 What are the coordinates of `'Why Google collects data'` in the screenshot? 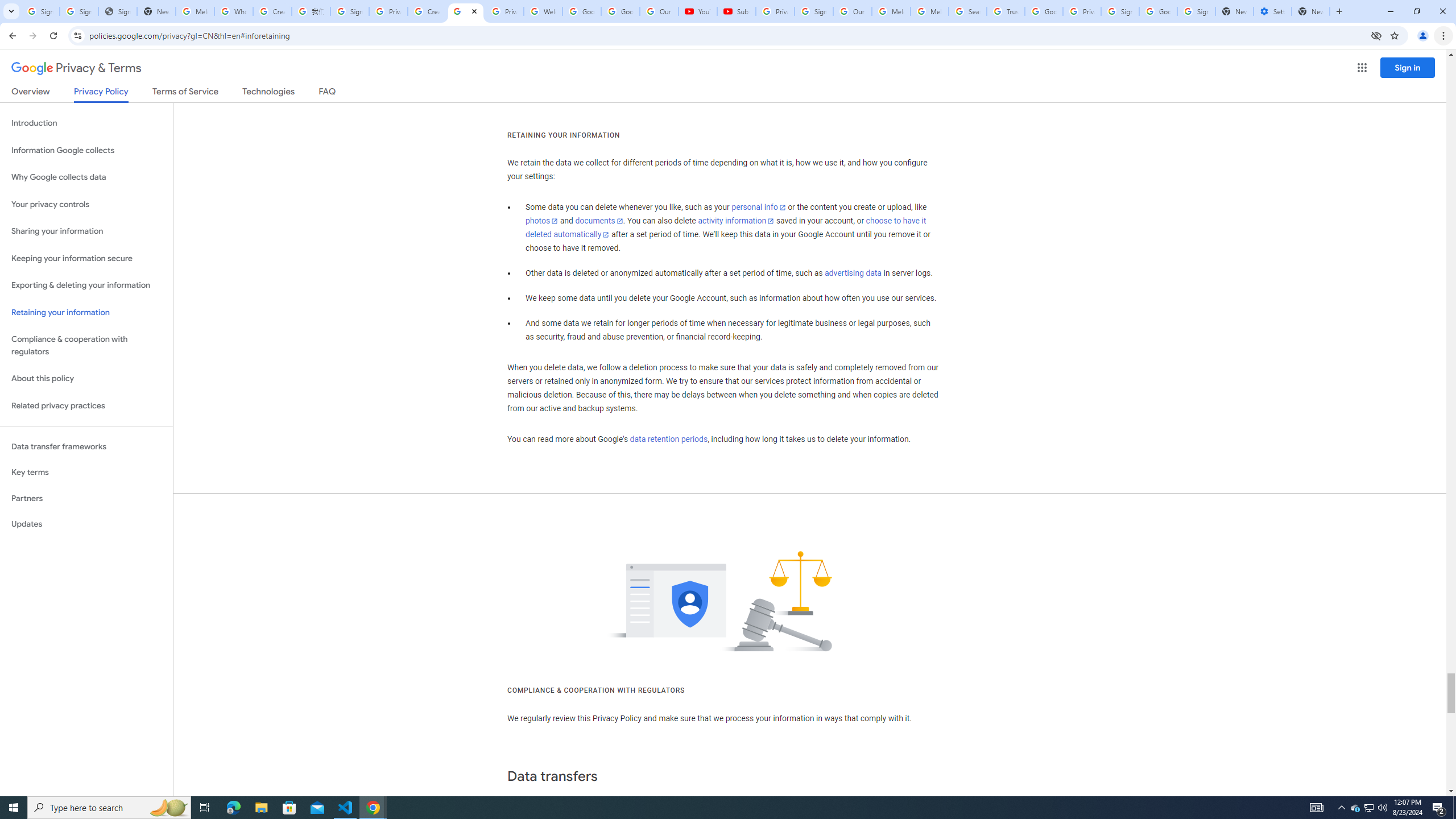 It's located at (86, 176).